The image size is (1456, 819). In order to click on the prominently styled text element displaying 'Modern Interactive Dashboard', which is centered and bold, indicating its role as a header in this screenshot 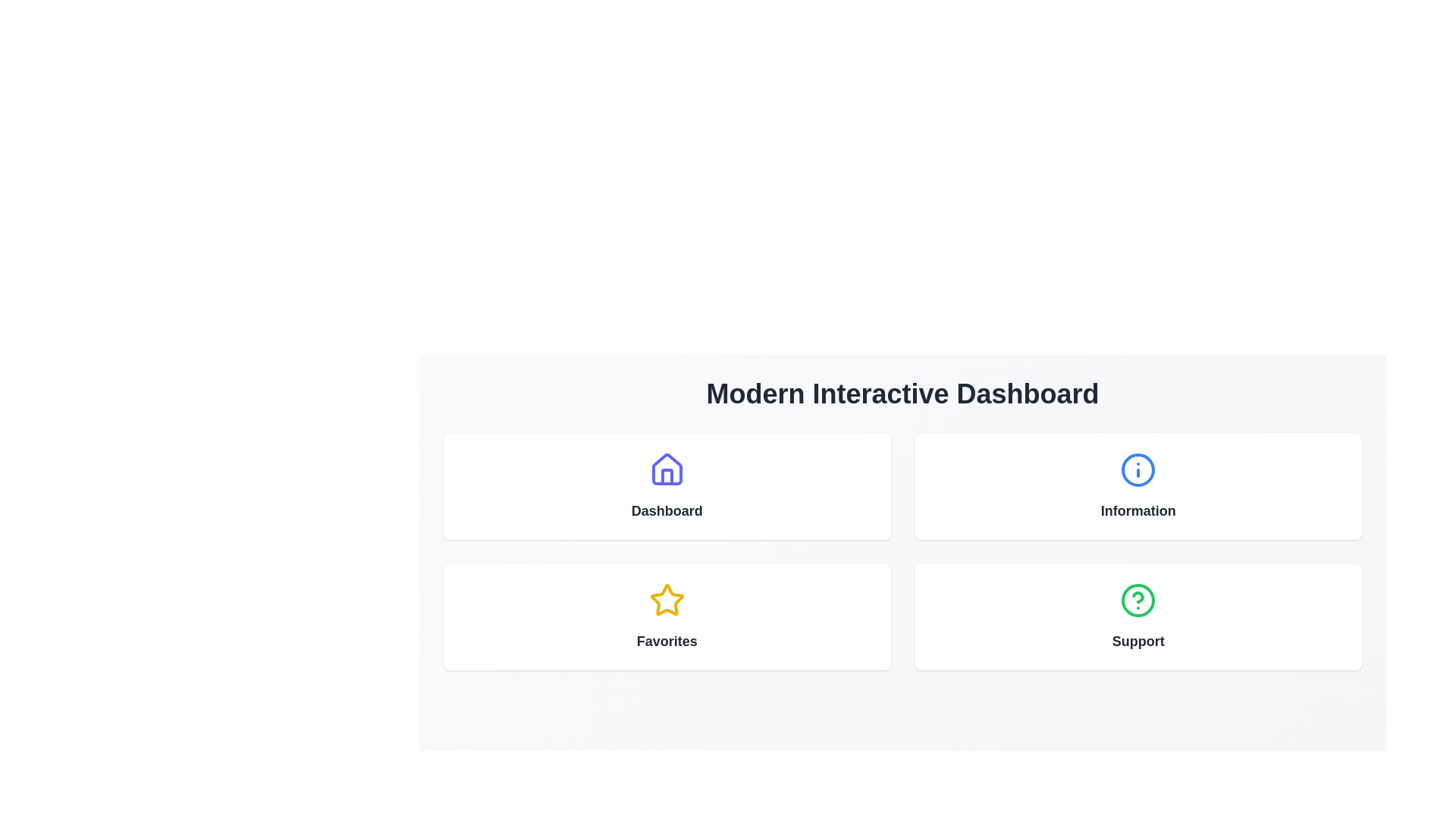, I will do `click(902, 394)`.